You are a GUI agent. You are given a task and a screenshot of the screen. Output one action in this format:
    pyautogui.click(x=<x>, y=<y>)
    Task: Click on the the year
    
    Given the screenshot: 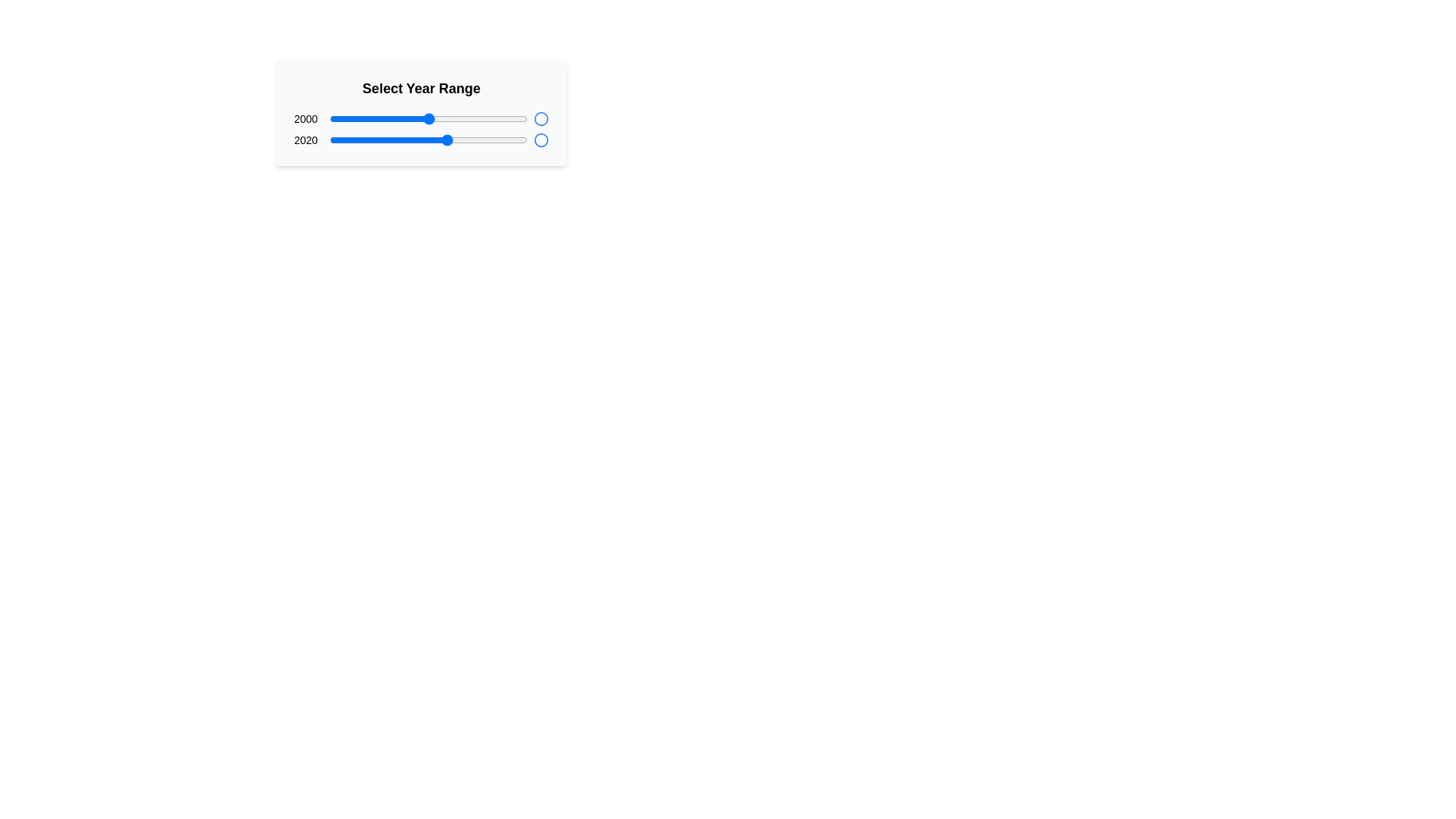 What is the action you would take?
    pyautogui.click(x=463, y=118)
    